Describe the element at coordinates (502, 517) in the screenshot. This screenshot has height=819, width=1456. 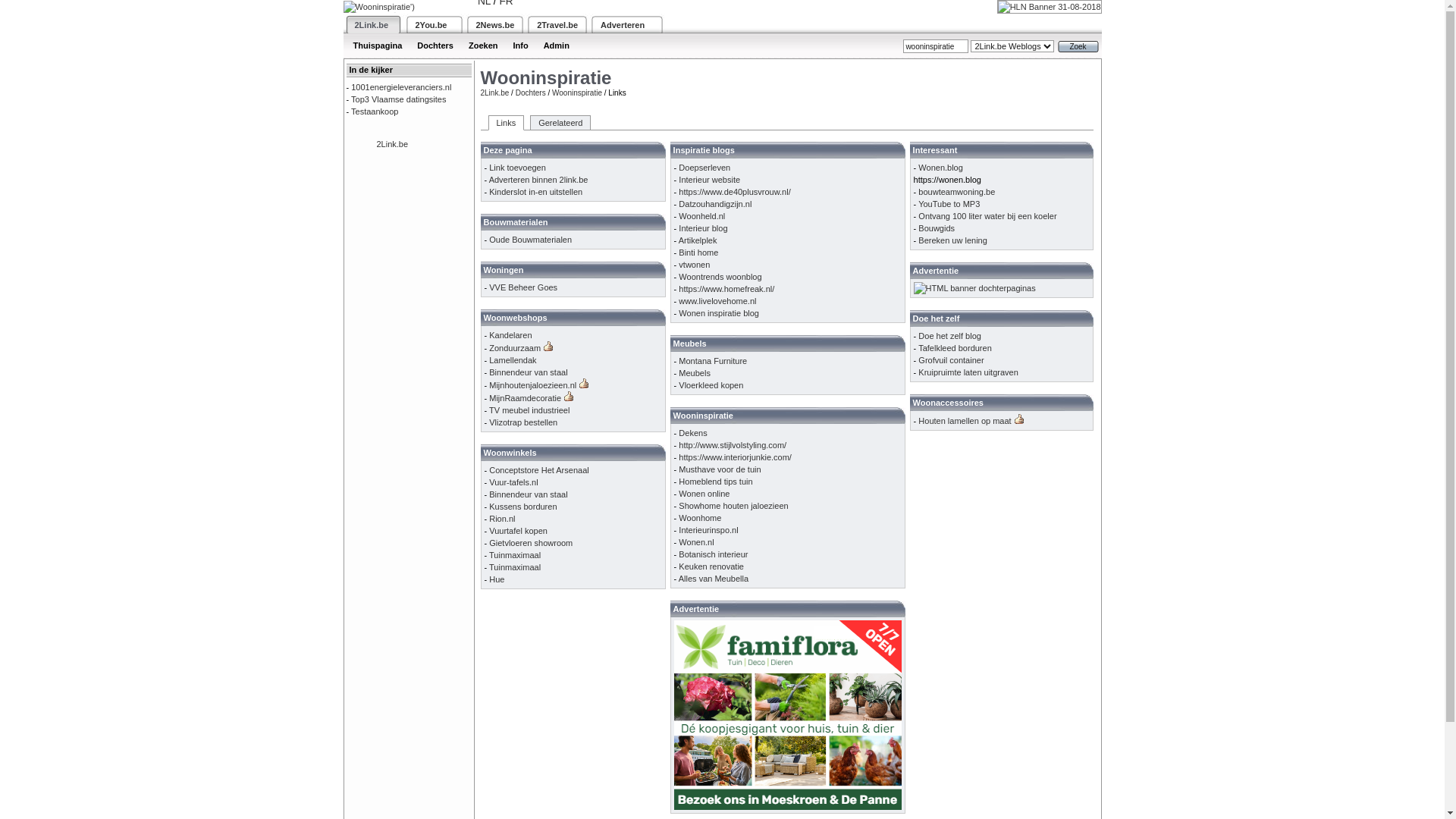
I see `'Rion.nl'` at that location.